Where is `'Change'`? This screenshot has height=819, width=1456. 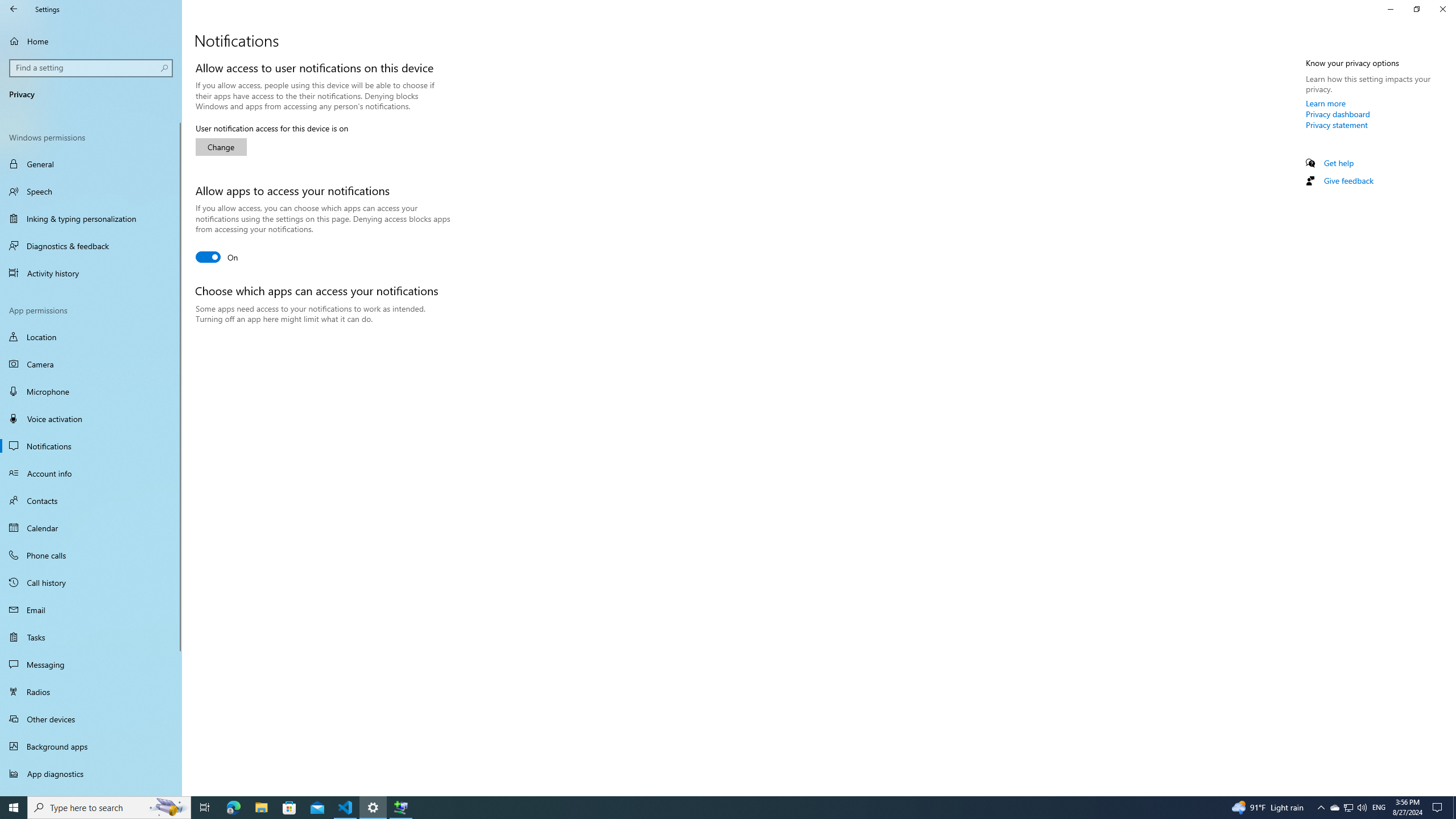 'Change' is located at coordinates (221, 146).